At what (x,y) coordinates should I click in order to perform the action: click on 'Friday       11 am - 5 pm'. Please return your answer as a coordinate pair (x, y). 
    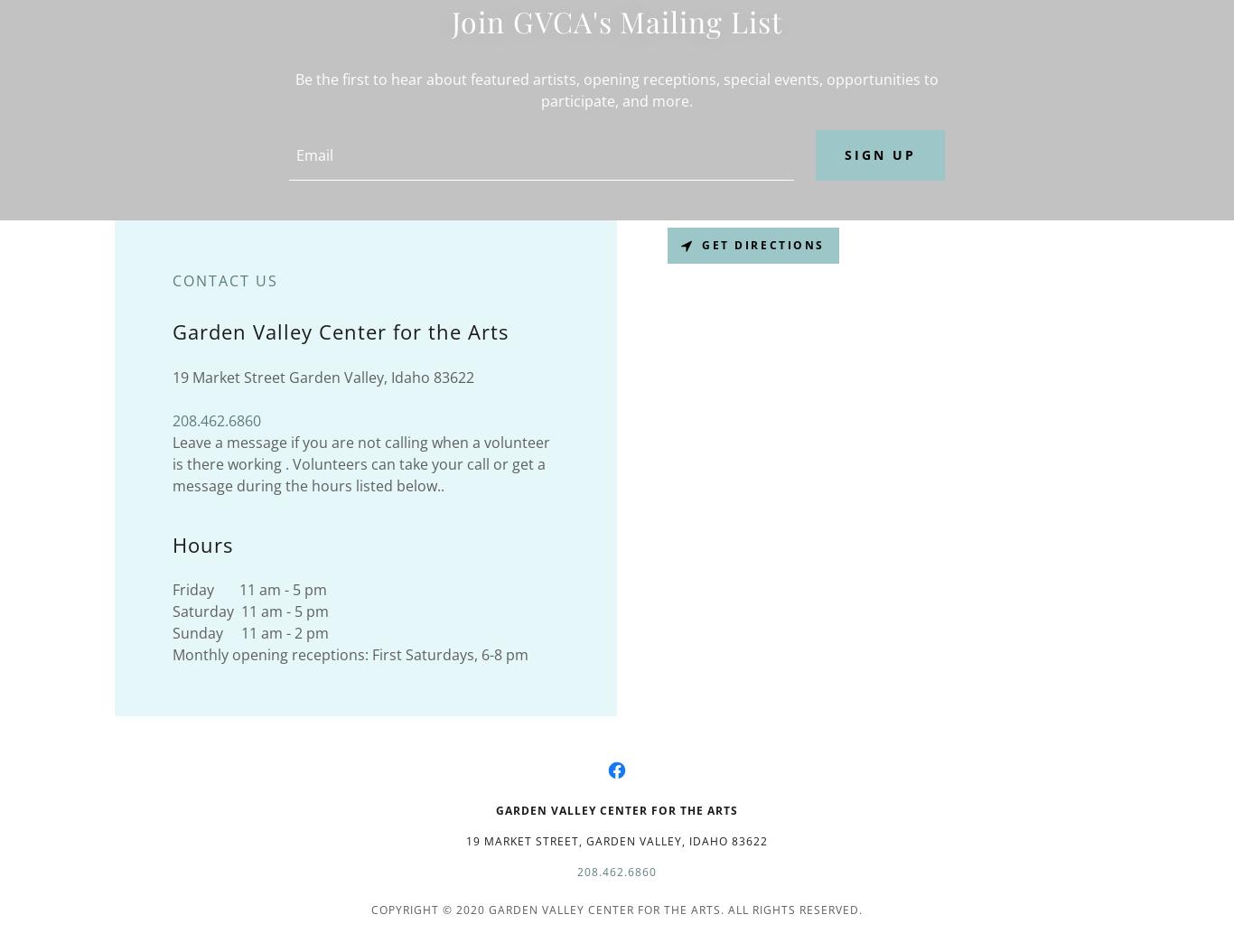
    Looking at the image, I should click on (249, 589).